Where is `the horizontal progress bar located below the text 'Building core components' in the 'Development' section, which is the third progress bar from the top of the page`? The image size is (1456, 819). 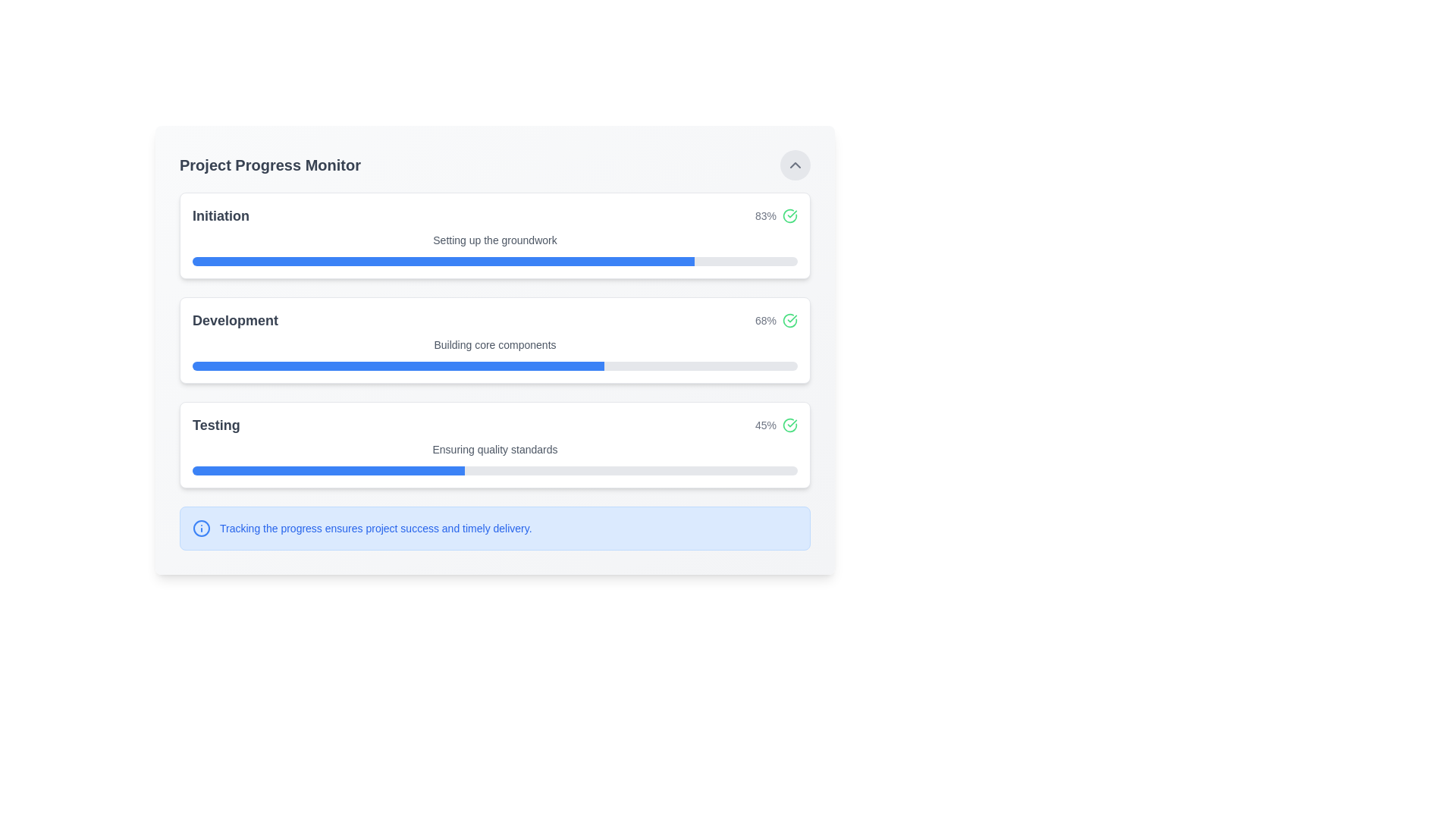 the horizontal progress bar located below the text 'Building core components' in the 'Development' section, which is the third progress bar from the top of the page is located at coordinates (494, 366).